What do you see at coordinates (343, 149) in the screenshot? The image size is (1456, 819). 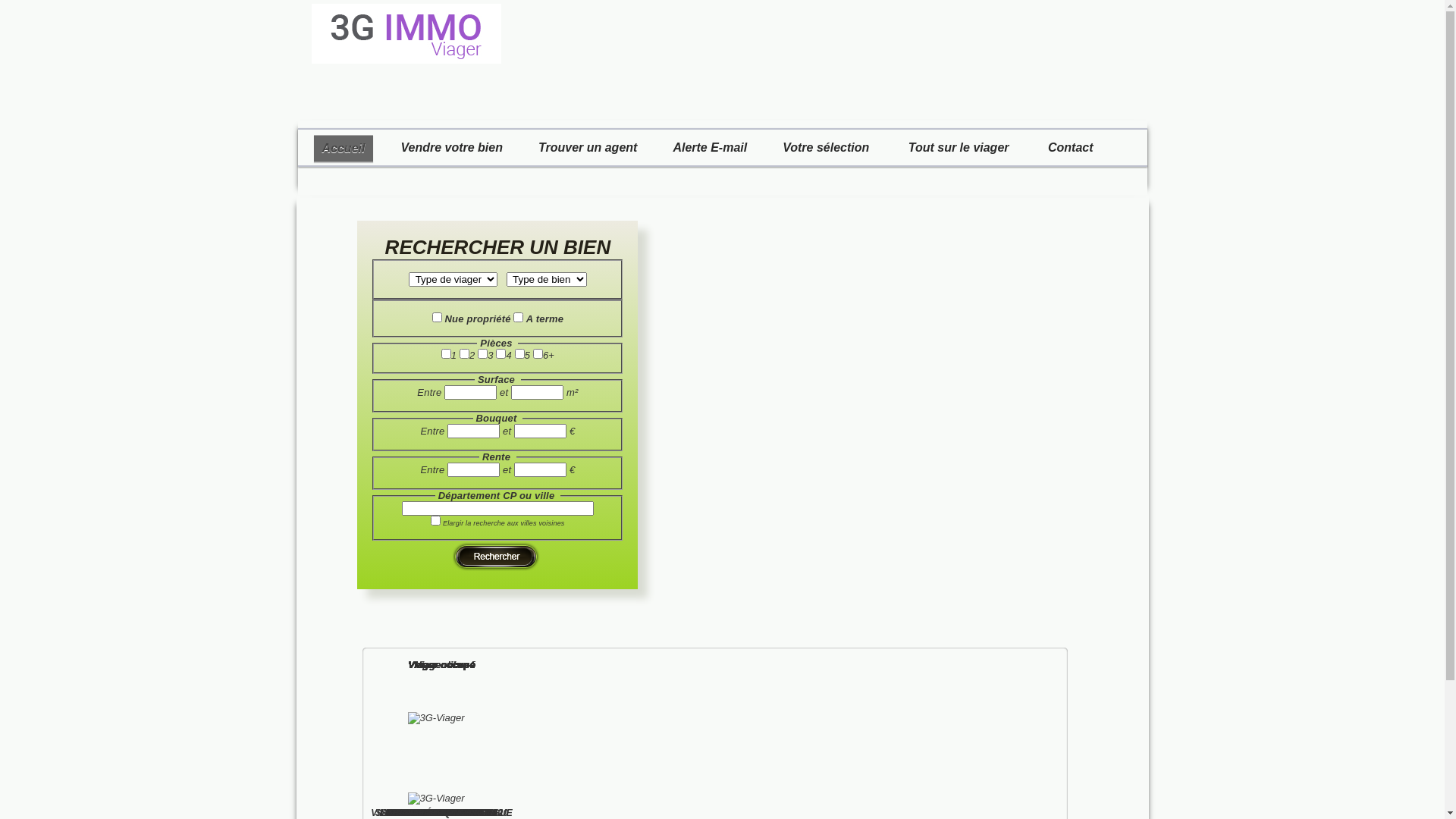 I see `'Accueil'` at bounding box center [343, 149].